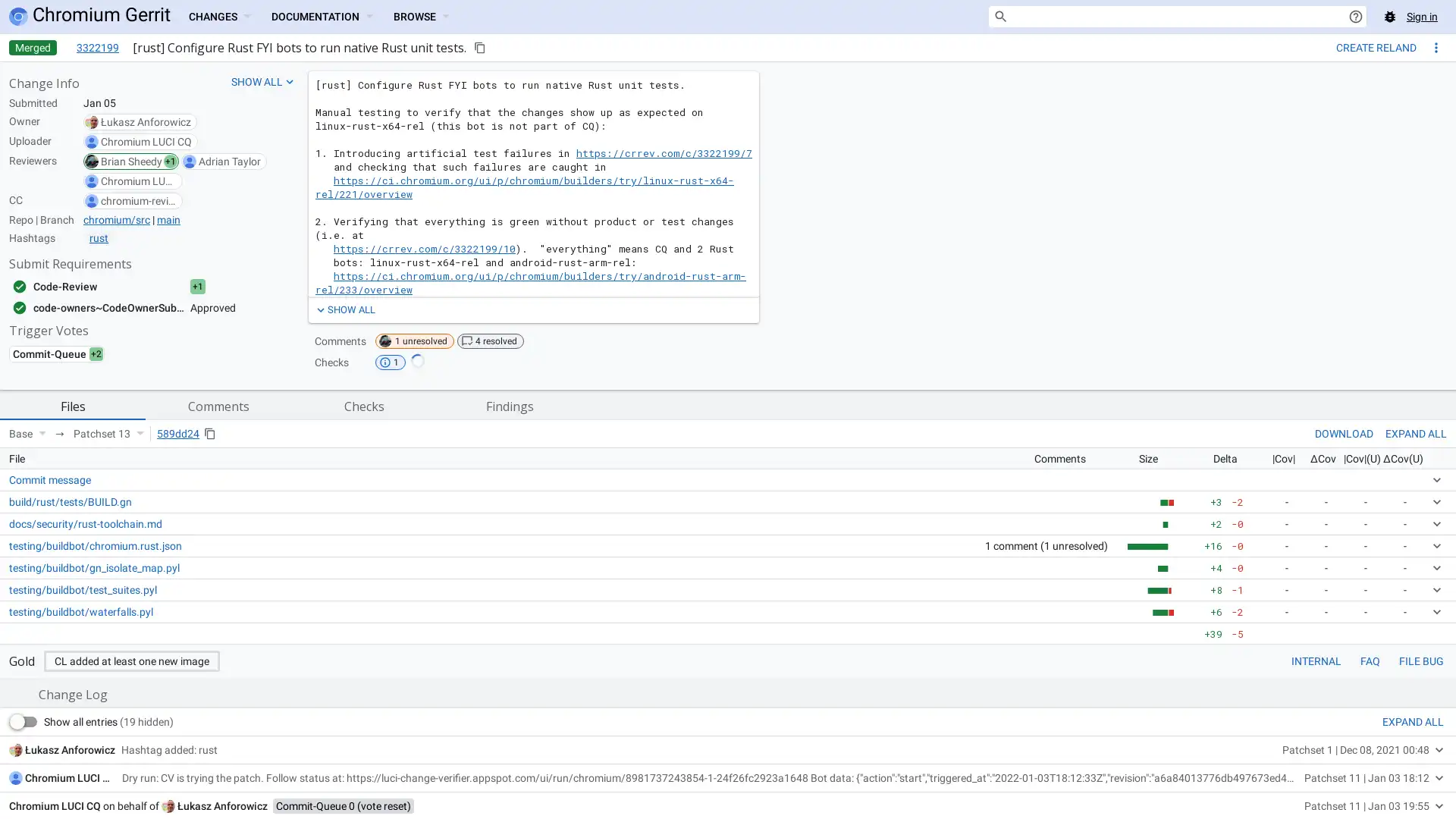 The height and width of the screenshot is (819, 1456). What do you see at coordinates (479, 46) in the screenshot?
I see `Click to copy to clipboard` at bounding box center [479, 46].